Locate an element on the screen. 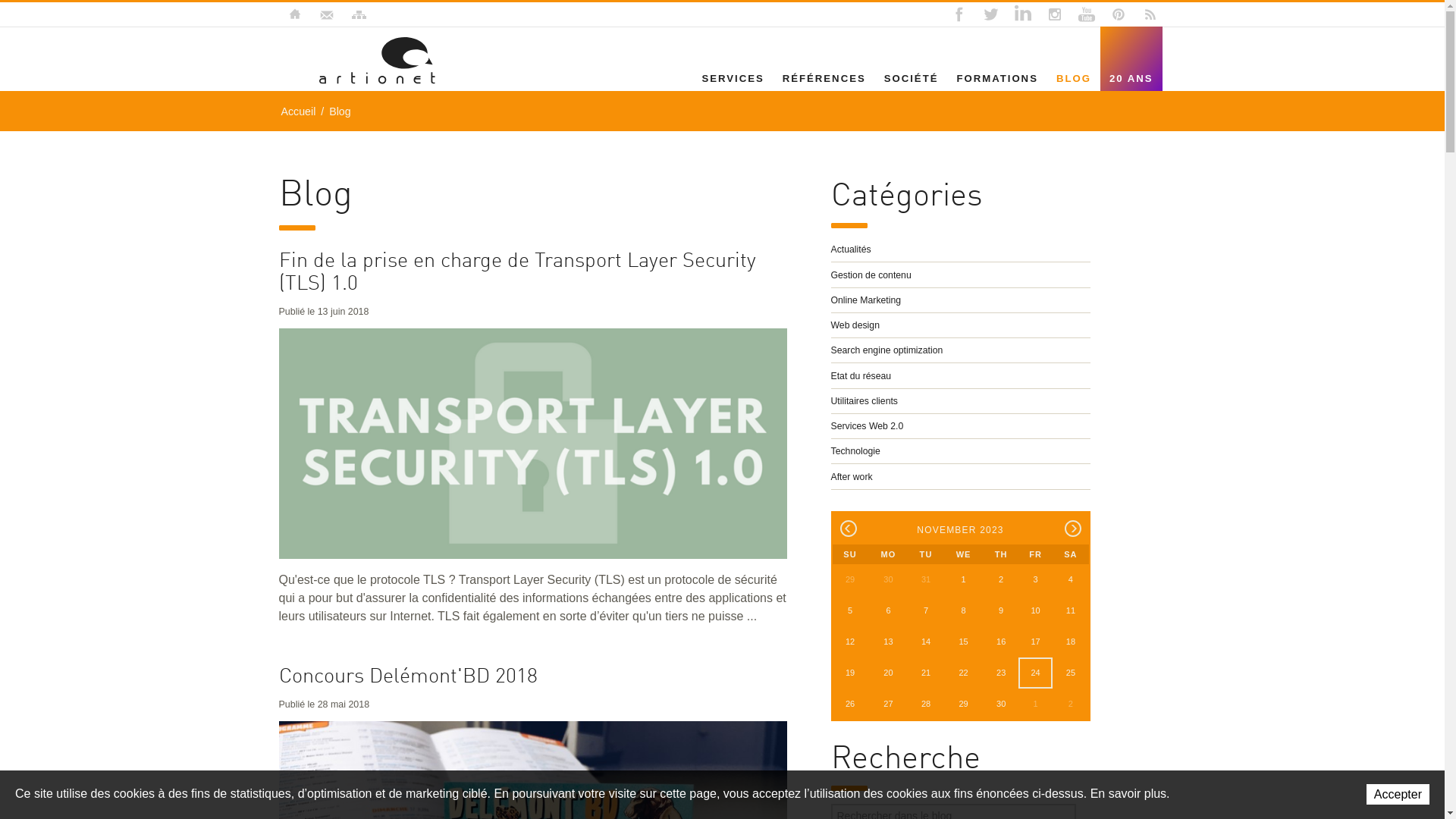 This screenshot has height=819, width=1456. 'Instagram' is located at coordinates (1053, 14).